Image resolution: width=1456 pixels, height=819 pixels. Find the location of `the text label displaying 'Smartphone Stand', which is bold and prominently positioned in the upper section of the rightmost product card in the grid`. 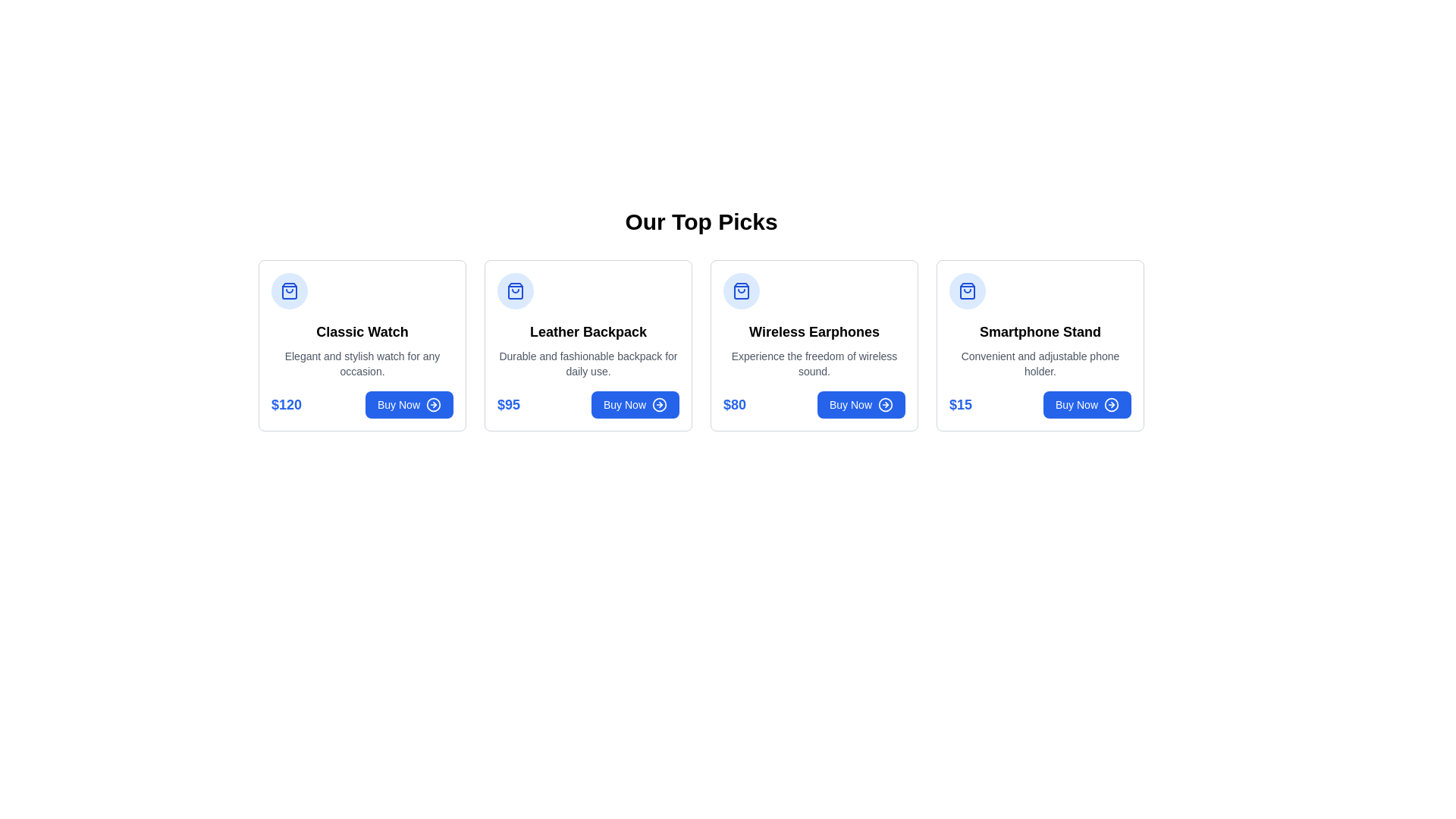

the text label displaying 'Smartphone Stand', which is bold and prominently positioned in the upper section of the rightmost product card in the grid is located at coordinates (1040, 331).